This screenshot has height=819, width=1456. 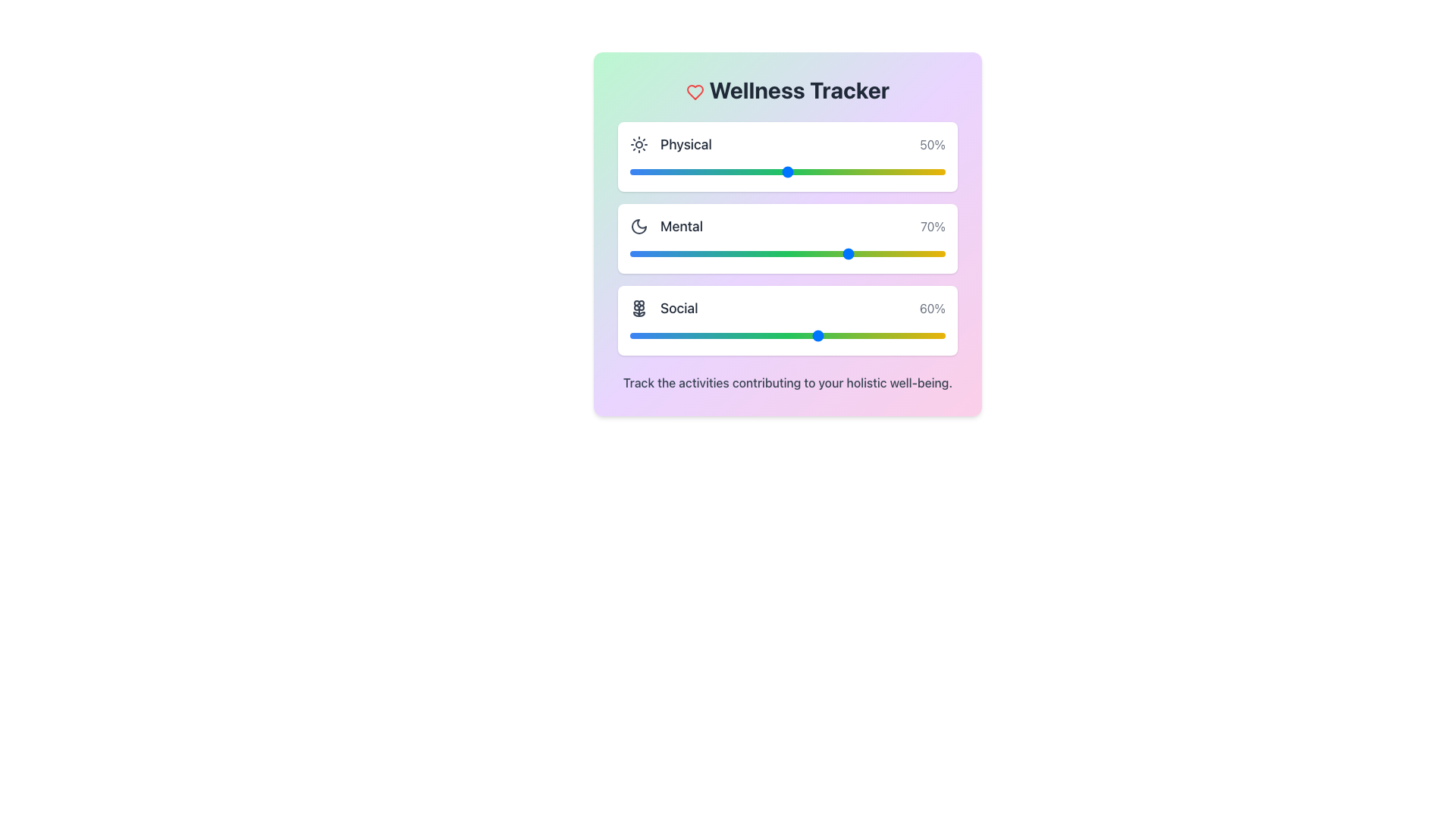 What do you see at coordinates (932, 227) in the screenshot?
I see `the static text element displaying the current progress of the 'Mental' category in the 'Wellness Tracker' interface, located at the far right of its row` at bounding box center [932, 227].